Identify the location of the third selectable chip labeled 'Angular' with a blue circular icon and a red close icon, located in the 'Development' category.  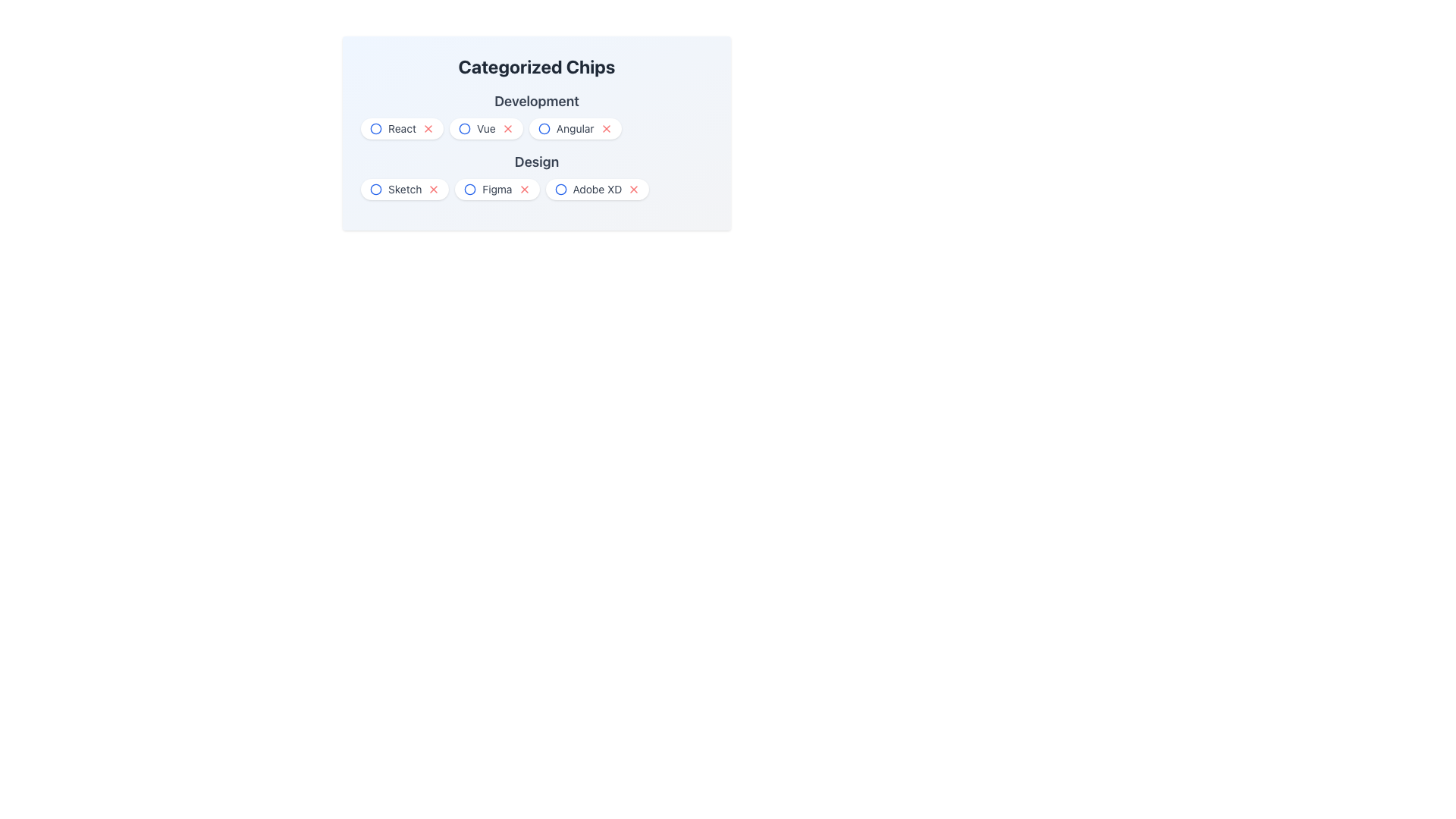
(574, 127).